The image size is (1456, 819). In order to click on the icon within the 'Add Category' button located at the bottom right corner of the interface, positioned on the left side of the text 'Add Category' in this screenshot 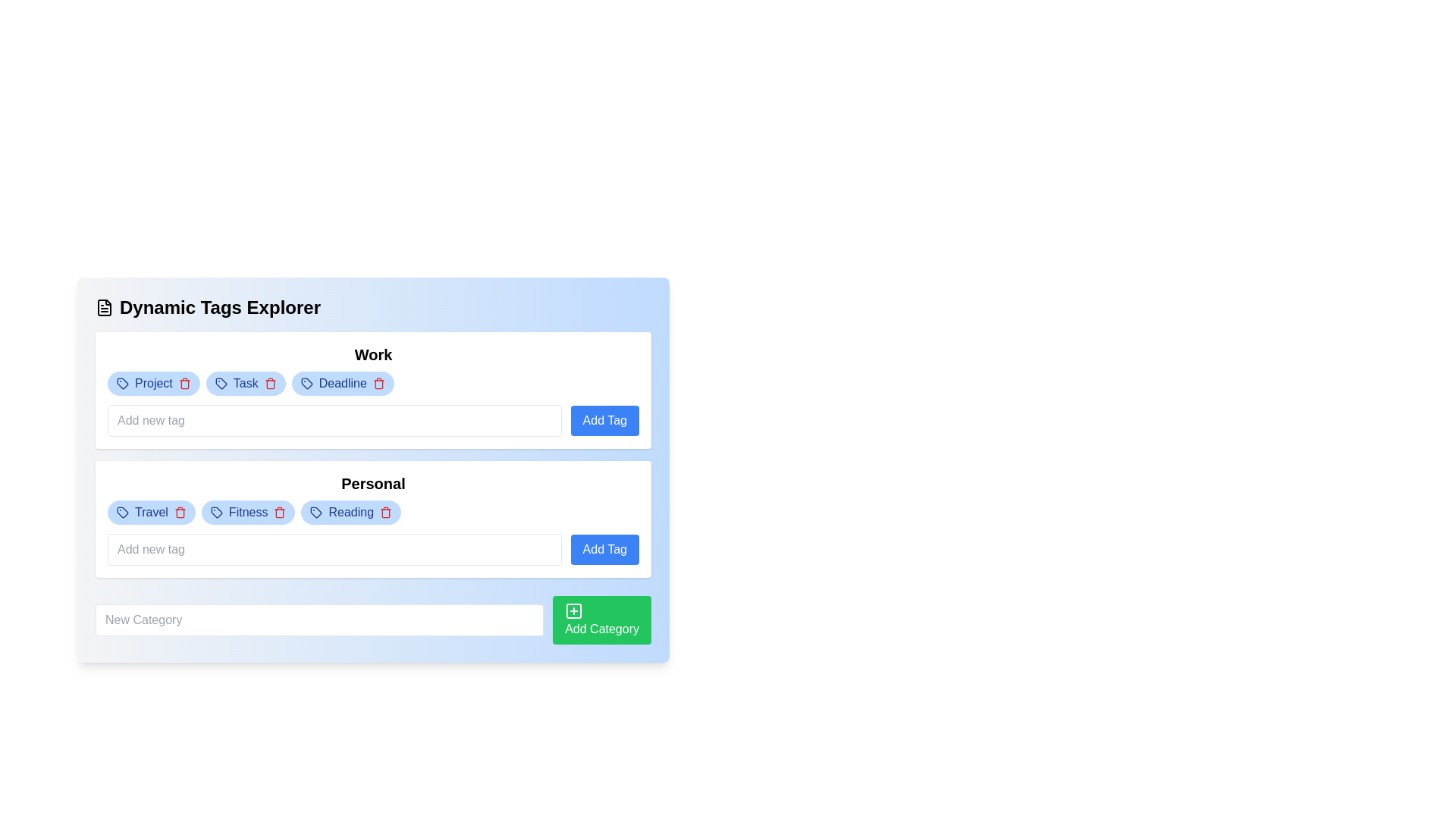, I will do `click(573, 610)`.